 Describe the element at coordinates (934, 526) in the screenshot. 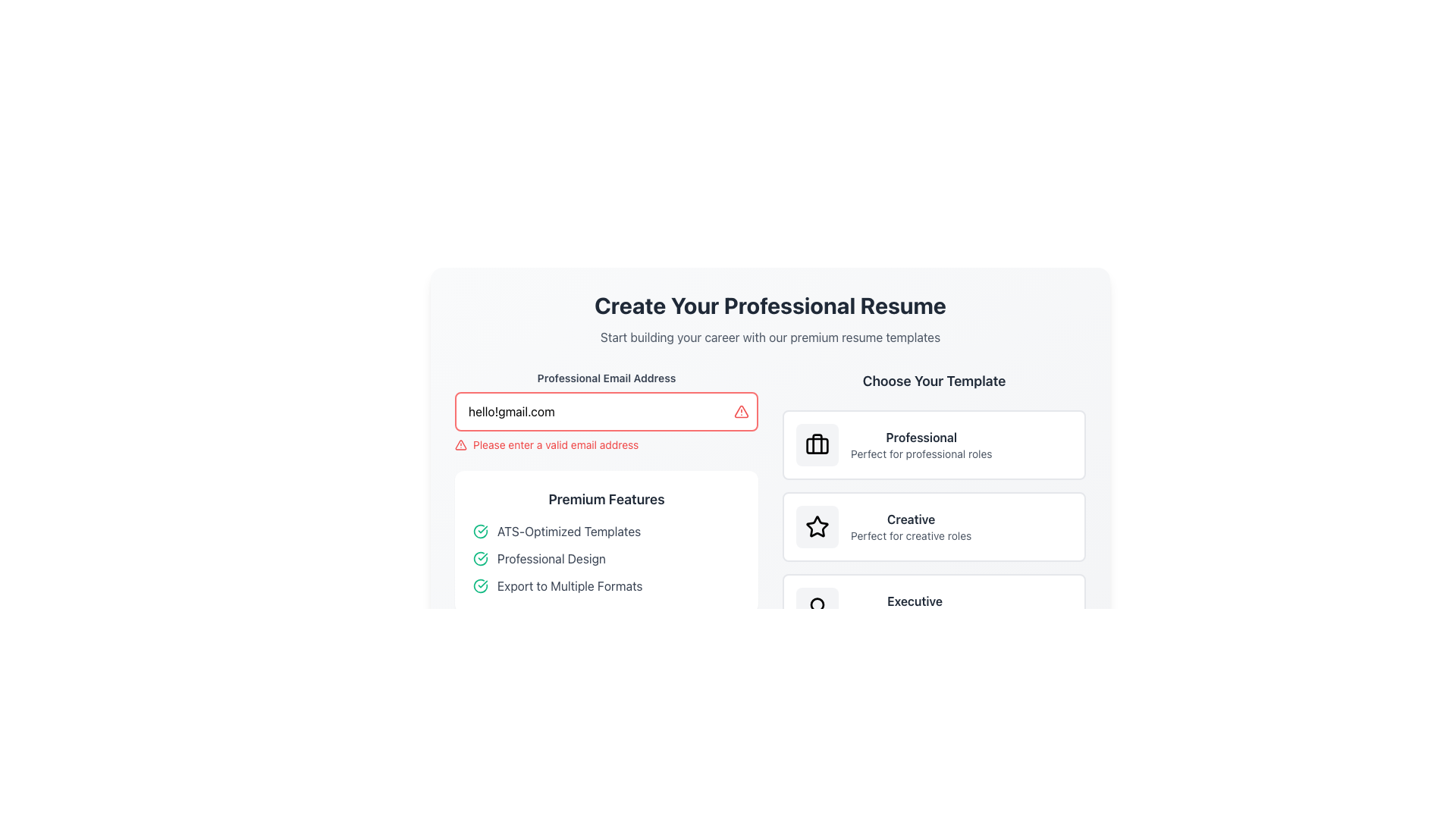

I see `the 'Creative' template category card located in the second position of the grid under the 'Choose Your Template' header` at that location.